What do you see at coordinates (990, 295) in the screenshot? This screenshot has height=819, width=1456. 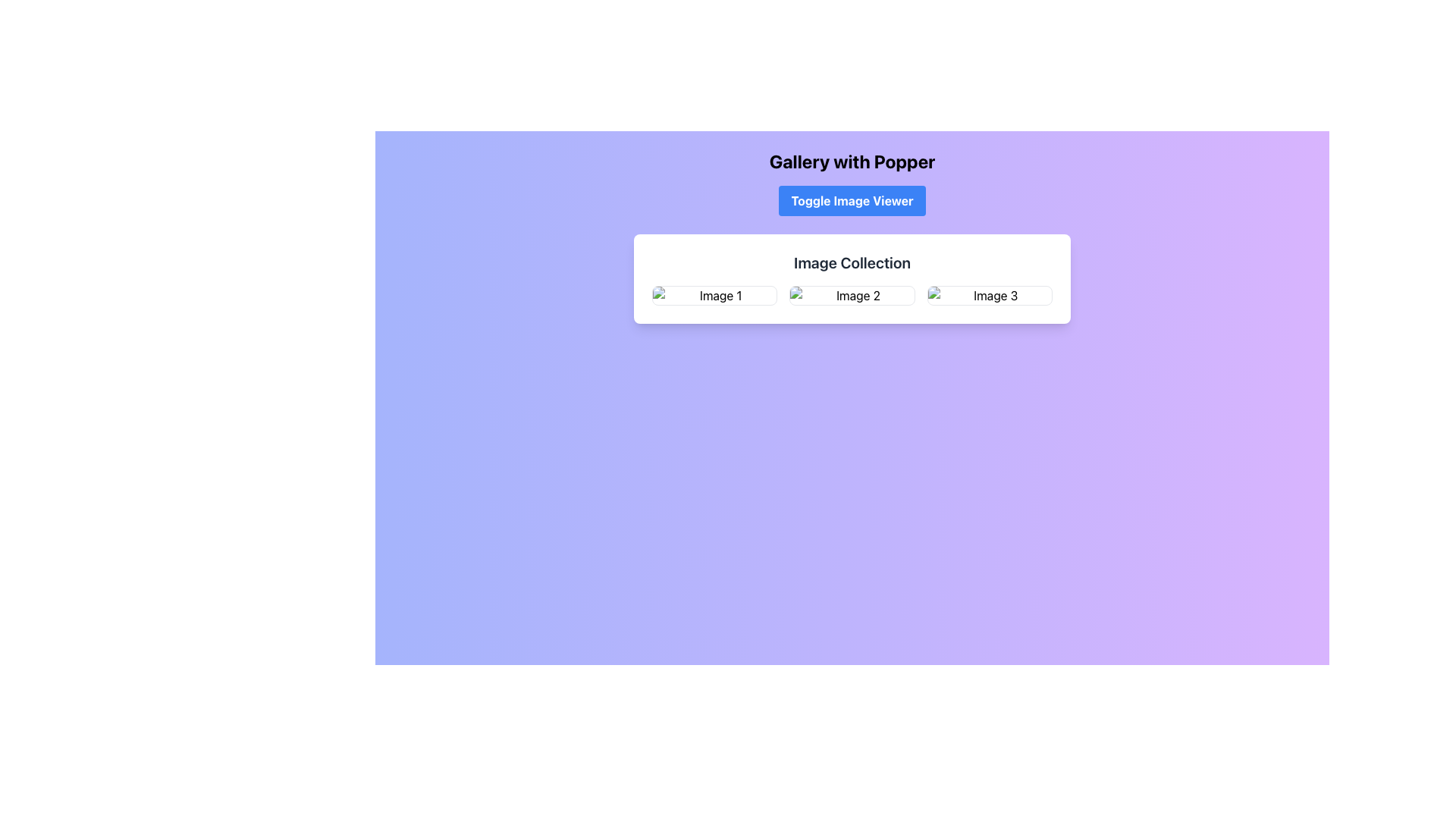 I see `the small image labeled 'Image 3' located in the 'Image Collection' grid layout` at bounding box center [990, 295].